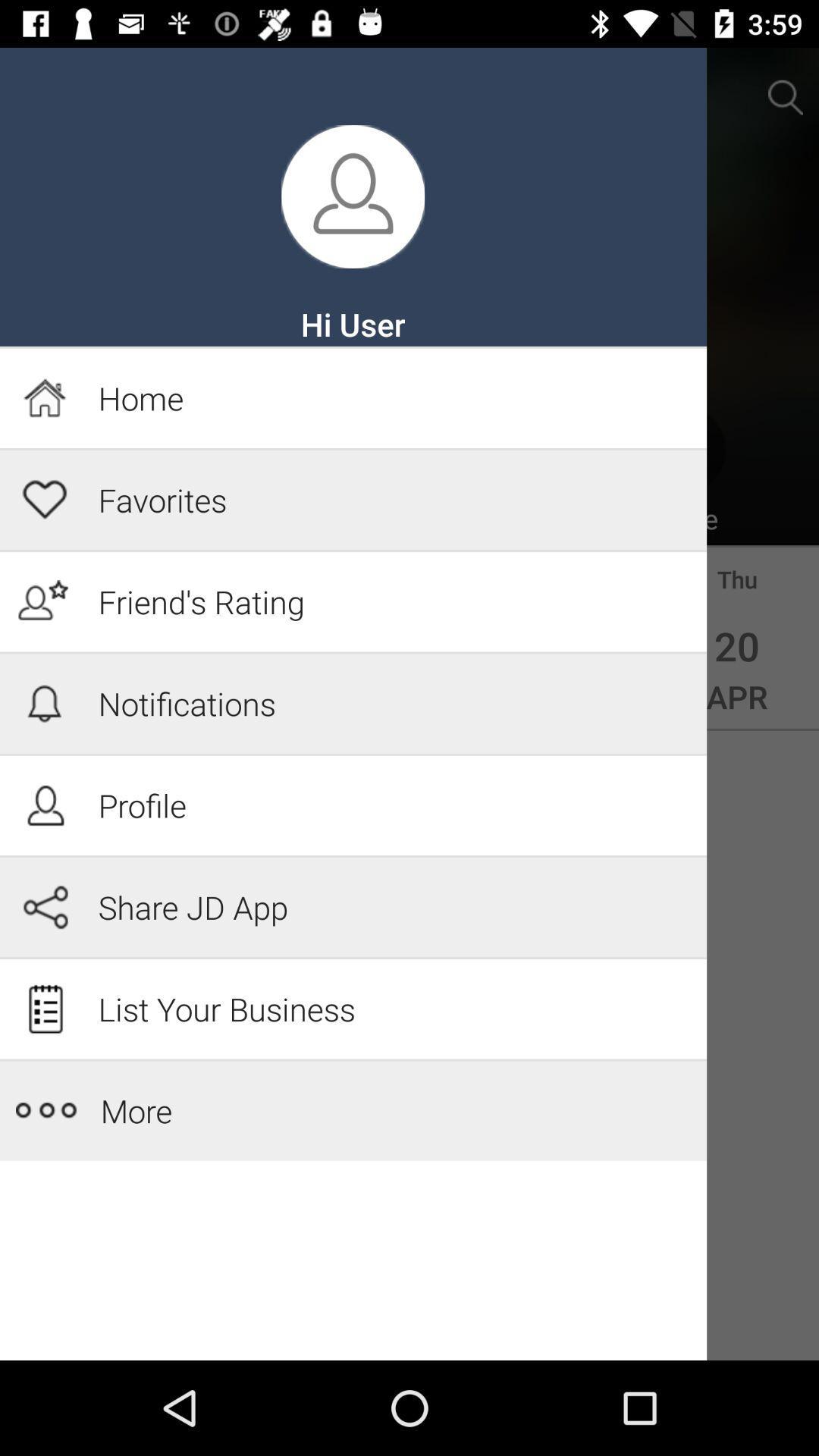 The image size is (819, 1456). What do you see at coordinates (785, 96) in the screenshot?
I see `the search icon` at bounding box center [785, 96].